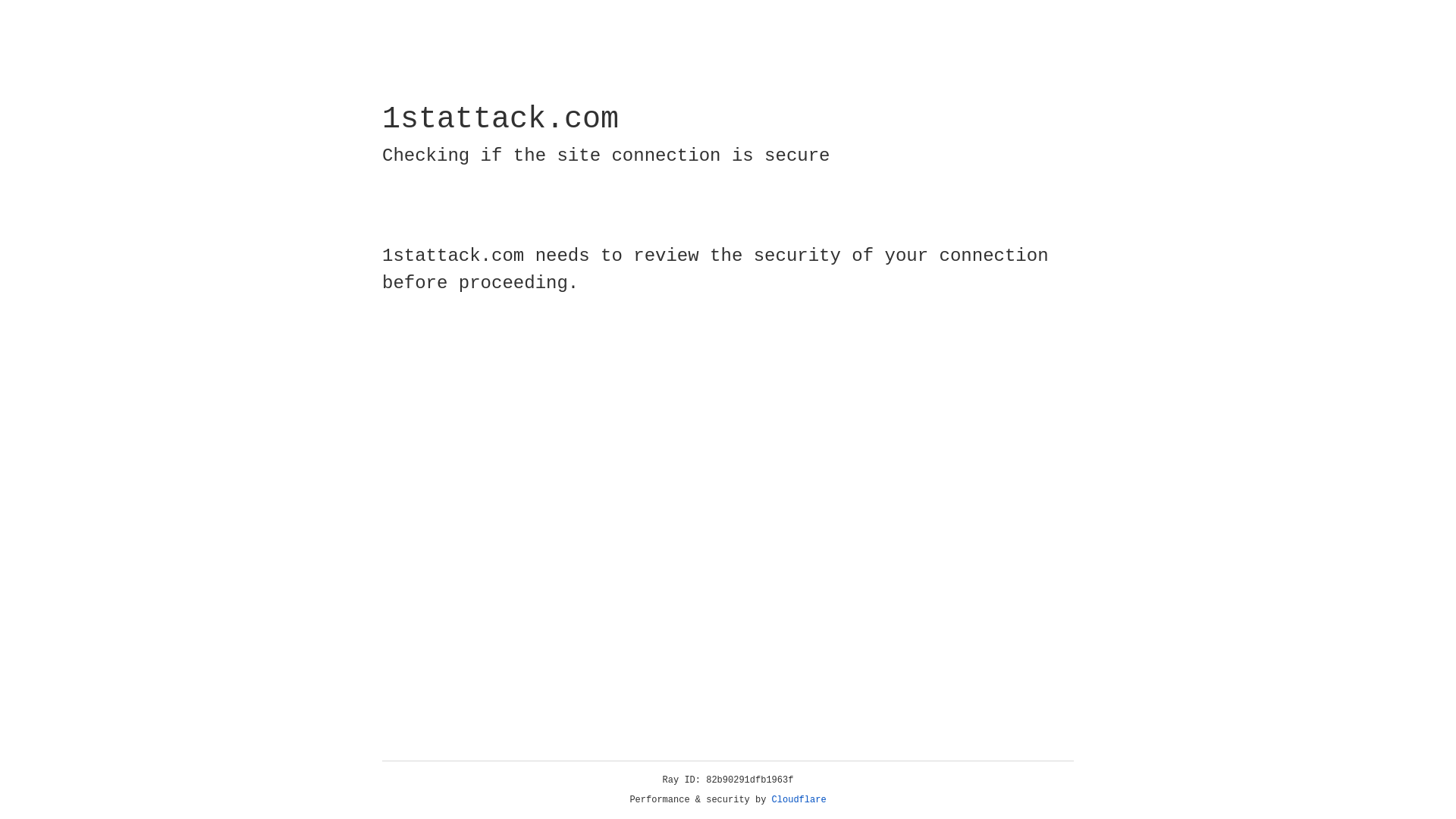  Describe the element at coordinates (799, 799) in the screenshot. I see `'Cloudflare'` at that location.